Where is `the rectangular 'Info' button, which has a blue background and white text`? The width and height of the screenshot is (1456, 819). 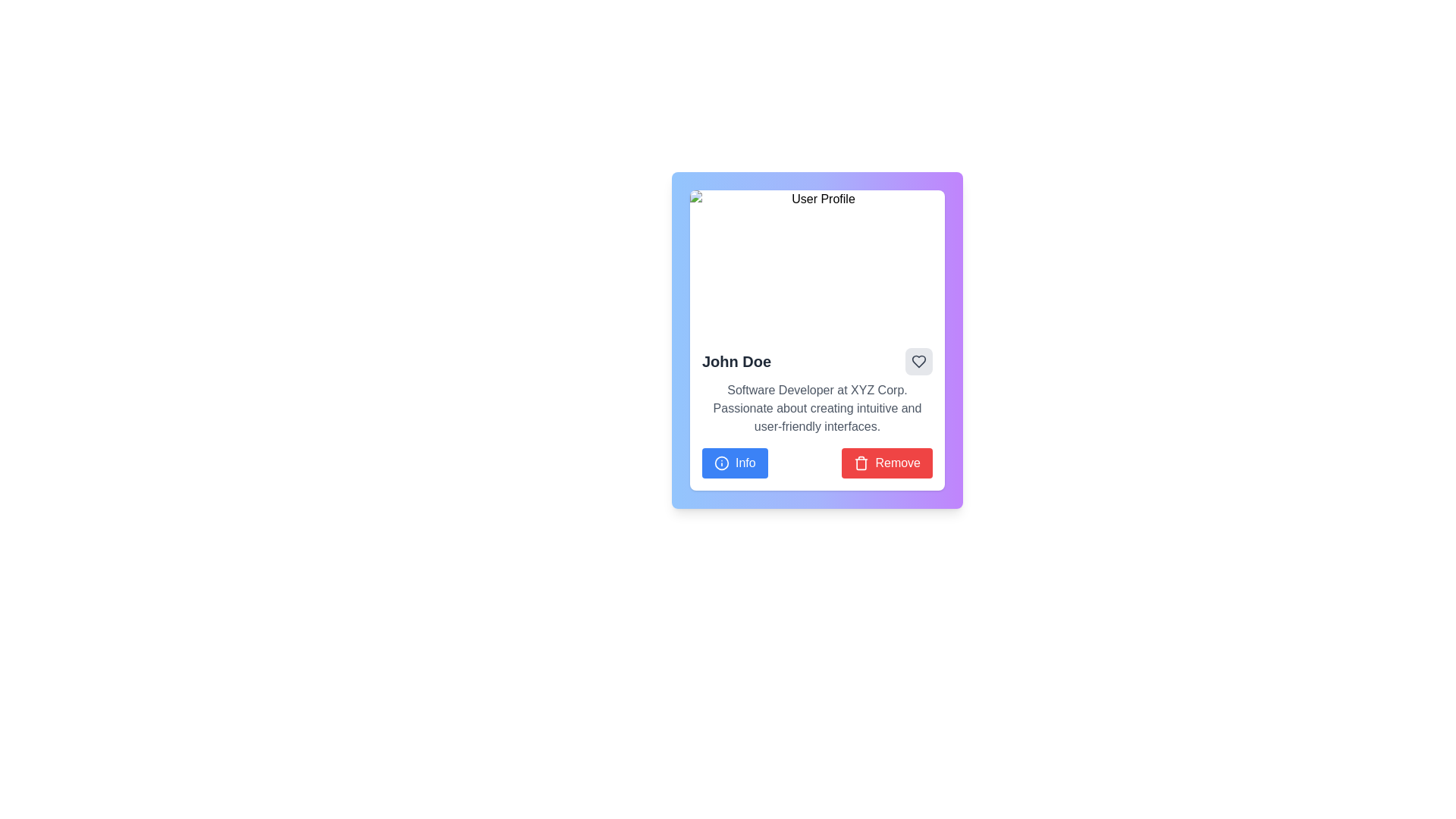 the rectangular 'Info' button, which has a blue background and white text is located at coordinates (735, 462).